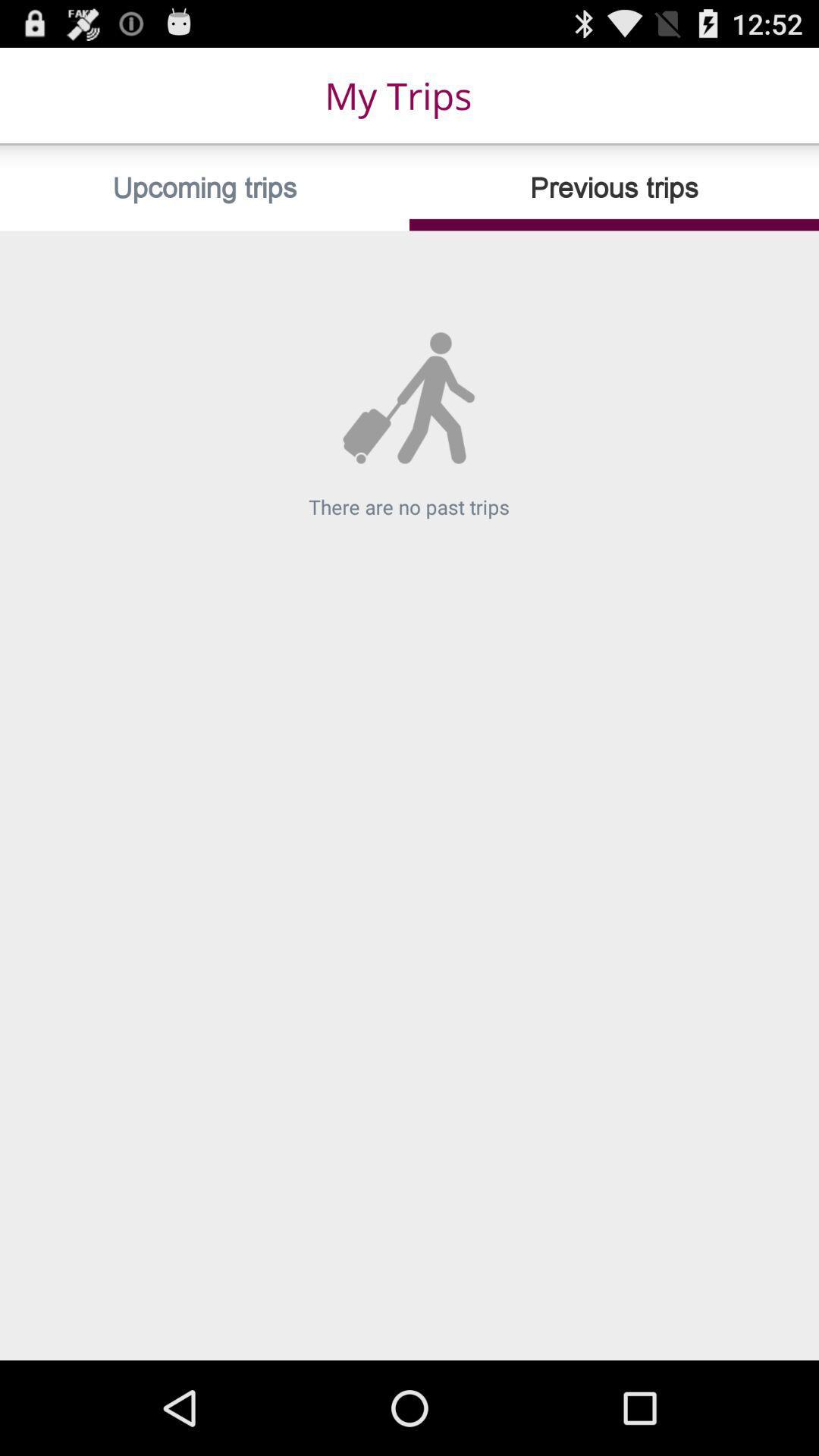 This screenshot has height=1456, width=819. Describe the element at coordinates (614, 187) in the screenshot. I see `item next to the upcoming trips` at that location.